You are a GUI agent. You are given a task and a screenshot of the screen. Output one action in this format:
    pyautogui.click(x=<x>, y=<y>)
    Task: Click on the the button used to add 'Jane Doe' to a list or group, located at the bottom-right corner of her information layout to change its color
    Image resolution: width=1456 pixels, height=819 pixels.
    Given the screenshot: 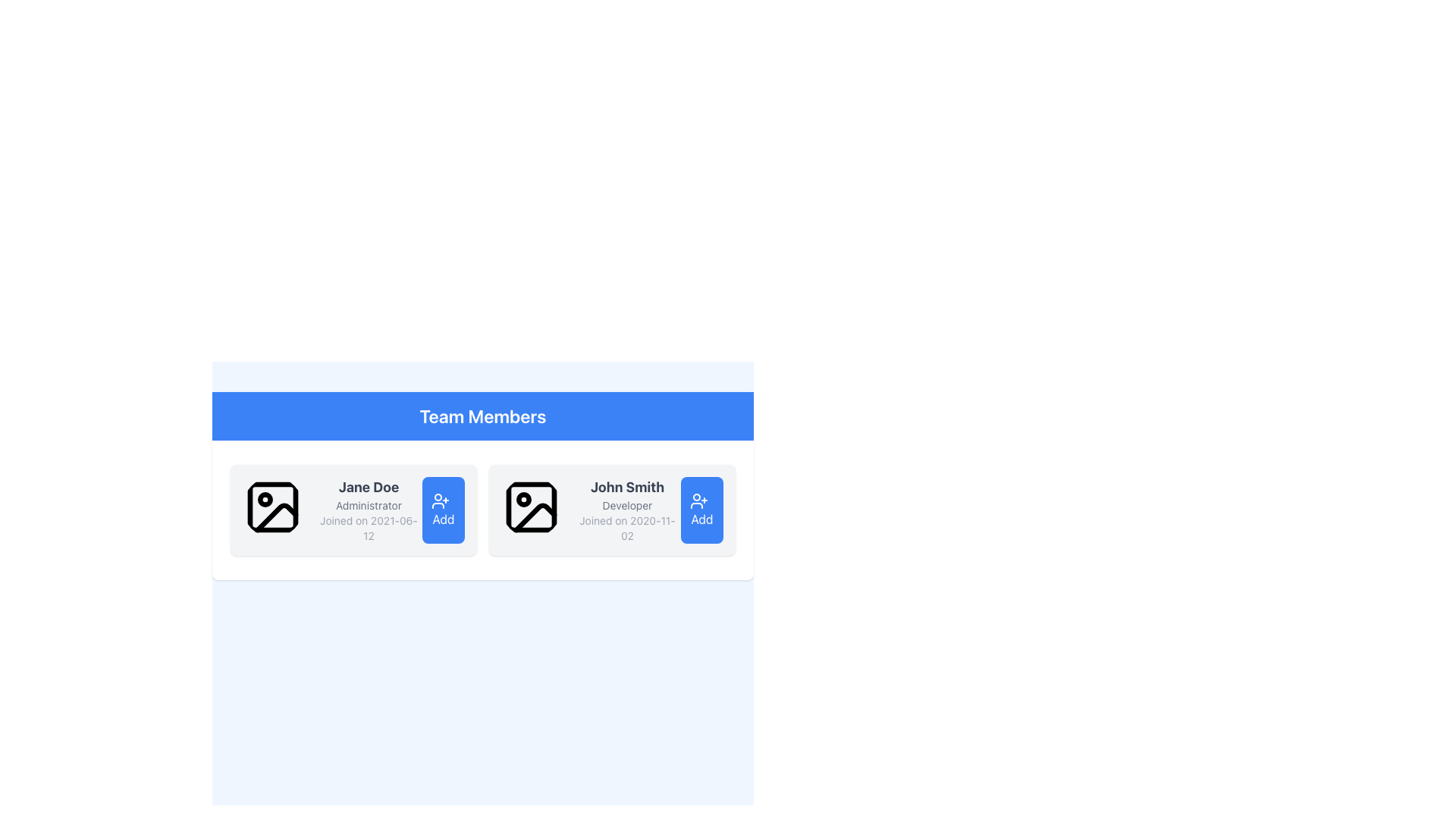 What is the action you would take?
    pyautogui.click(x=443, y=510)
    